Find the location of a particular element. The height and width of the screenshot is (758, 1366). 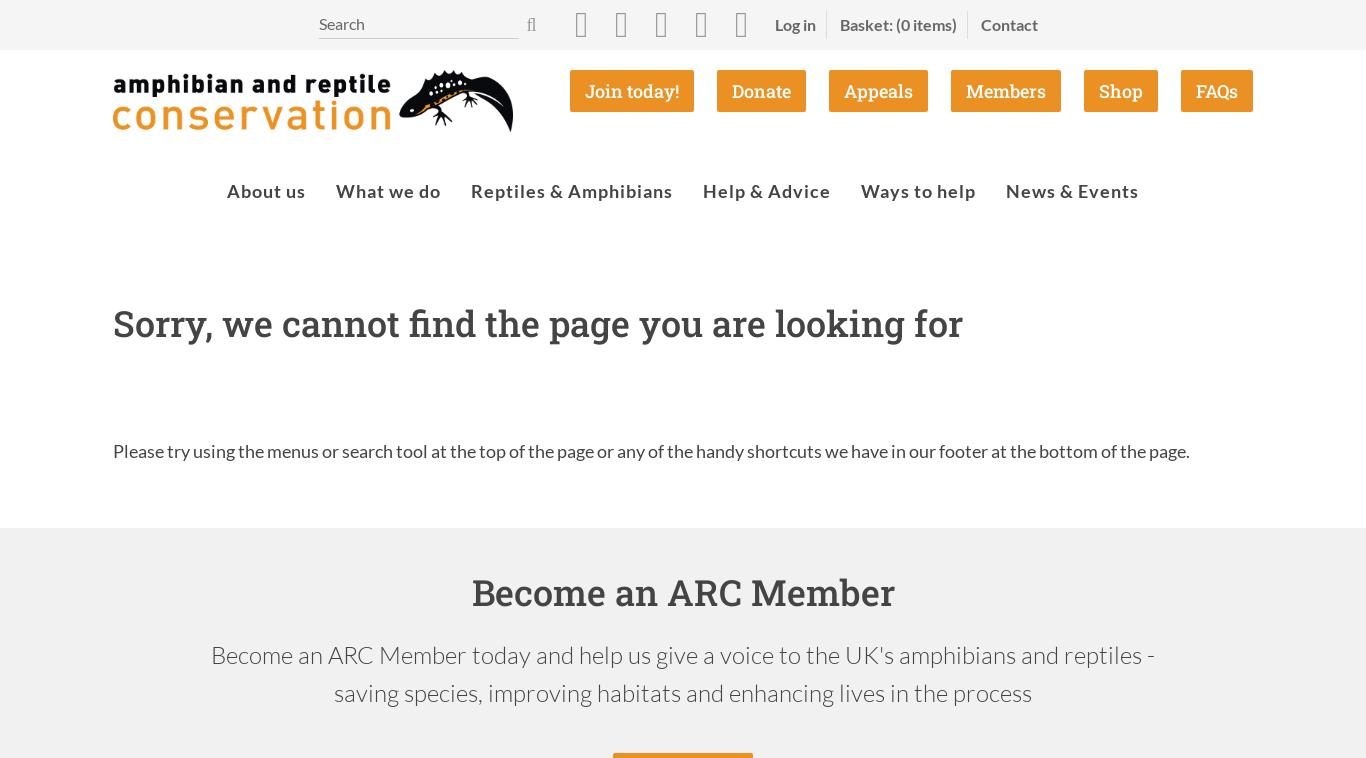

'Appeals' is located at coordinates (843, 90).